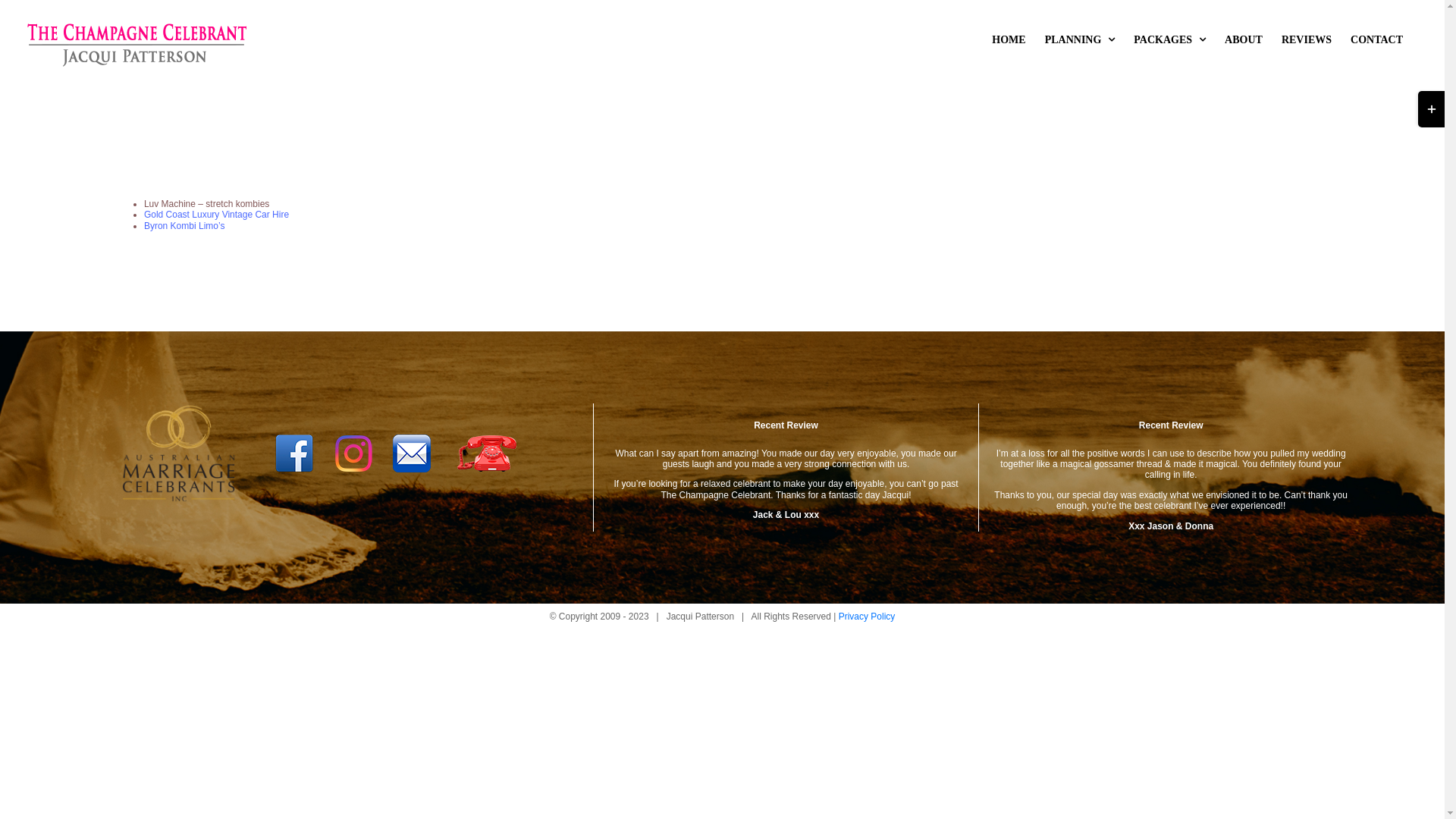  I want to click on 'Gold Coast Luxury Vintage Car Hire', so click(215, 214).